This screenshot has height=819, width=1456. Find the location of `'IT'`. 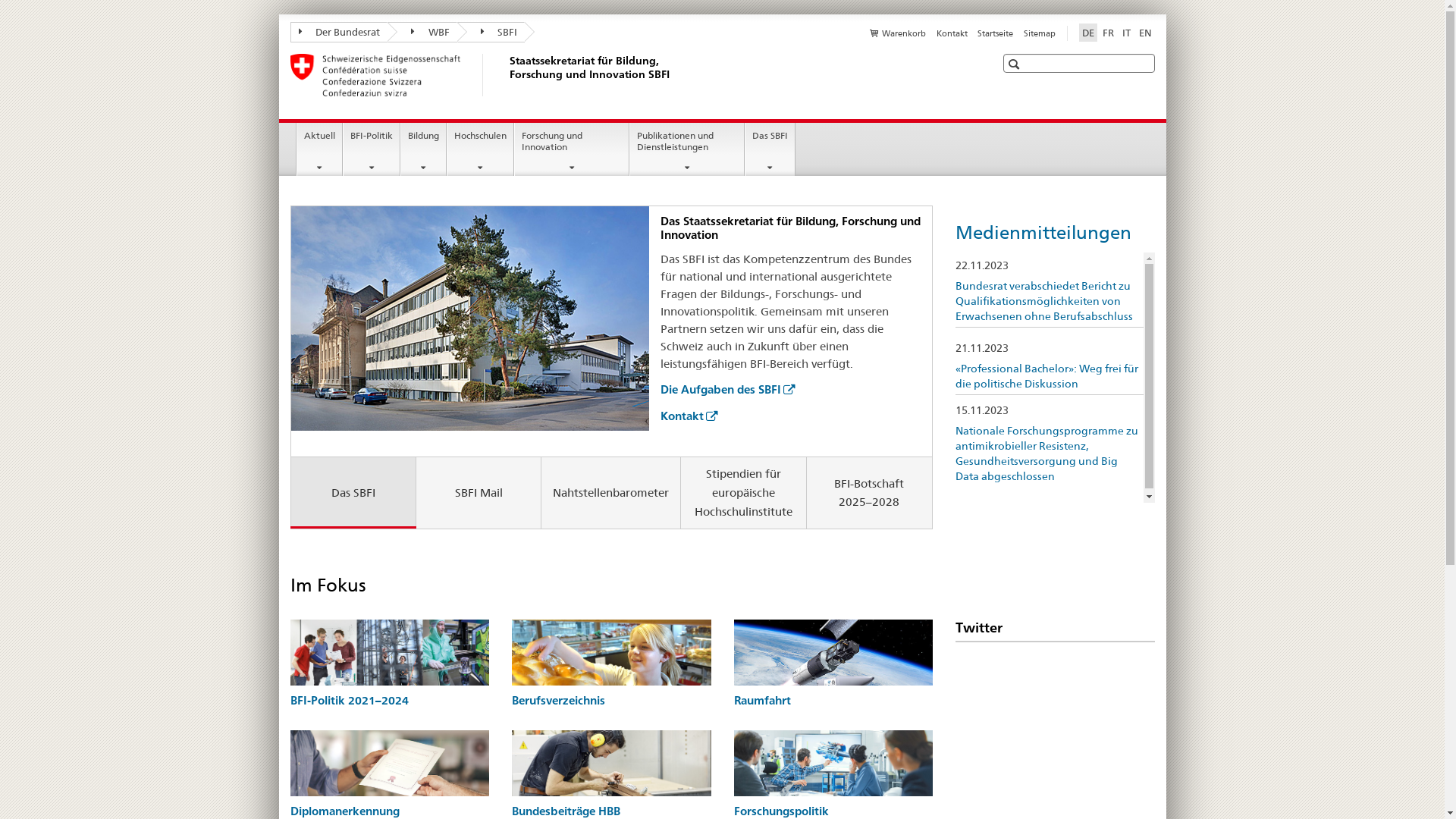

'IT' is located at coordinates (1126, 32).